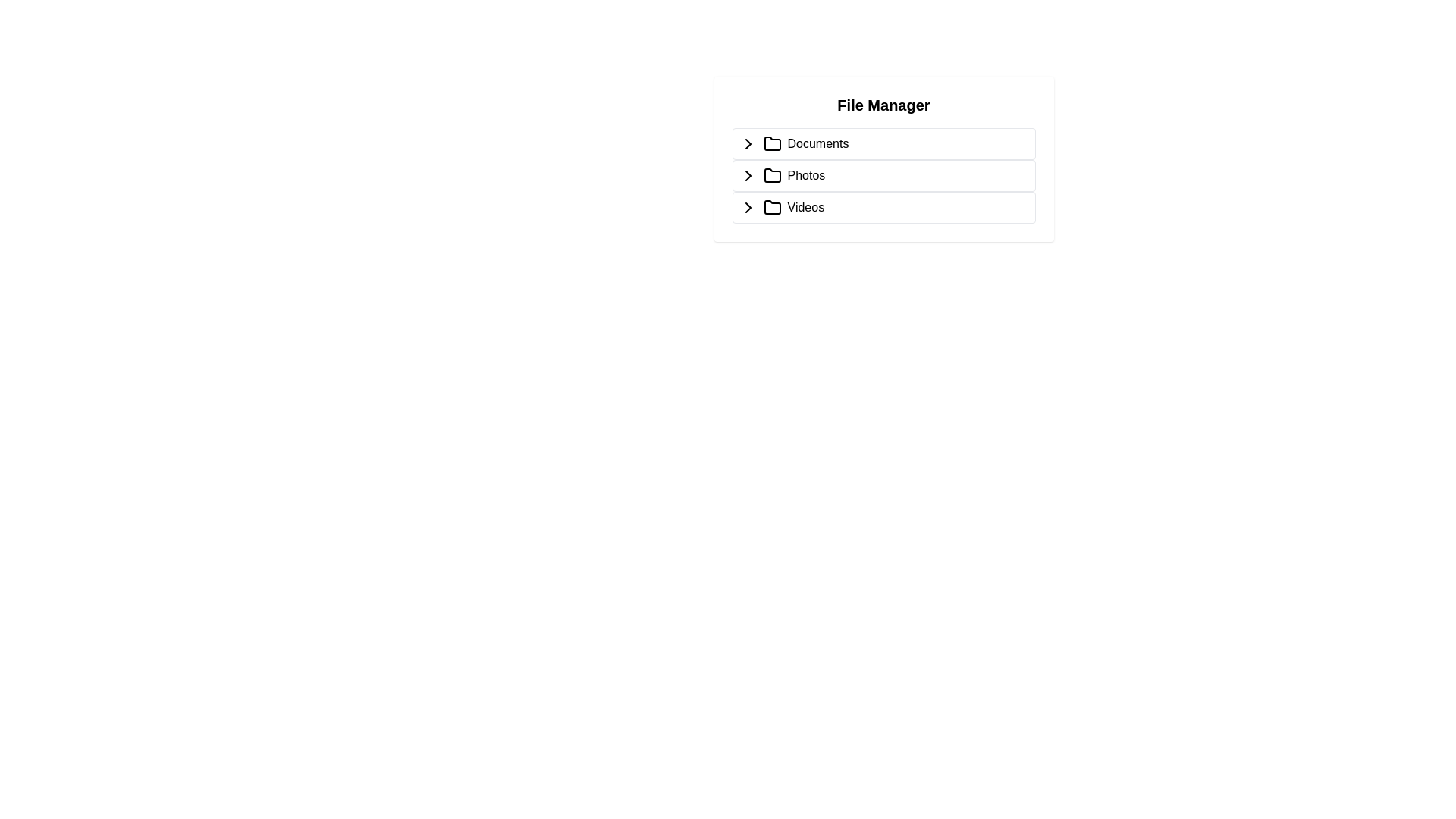 Image resolution: width=1456 pixels, height=819 pixels. What do you see at coordinates (772, 174) in the screenshot?
I see `the folder icon located directly to the left of the 'Photos' label in the file manager interface, which is the second icon from the top in the vertical list` at bounding box center [772, 174].